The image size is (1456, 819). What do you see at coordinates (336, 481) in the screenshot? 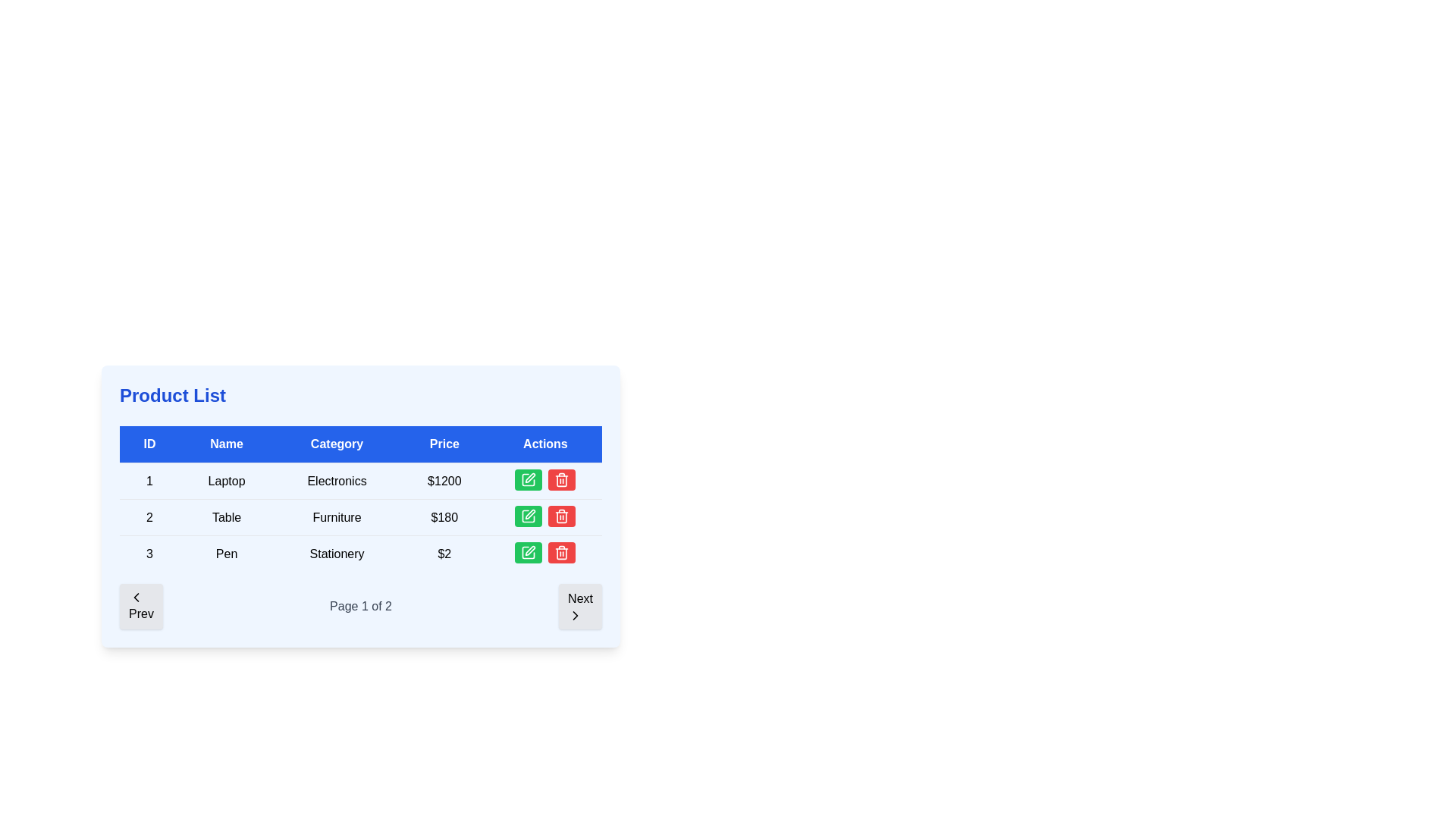
I see `the text element indicating the category of the product in the first row of the table, which is located between 'Laptop' and '$1200'` at bounding box center [336, 481].